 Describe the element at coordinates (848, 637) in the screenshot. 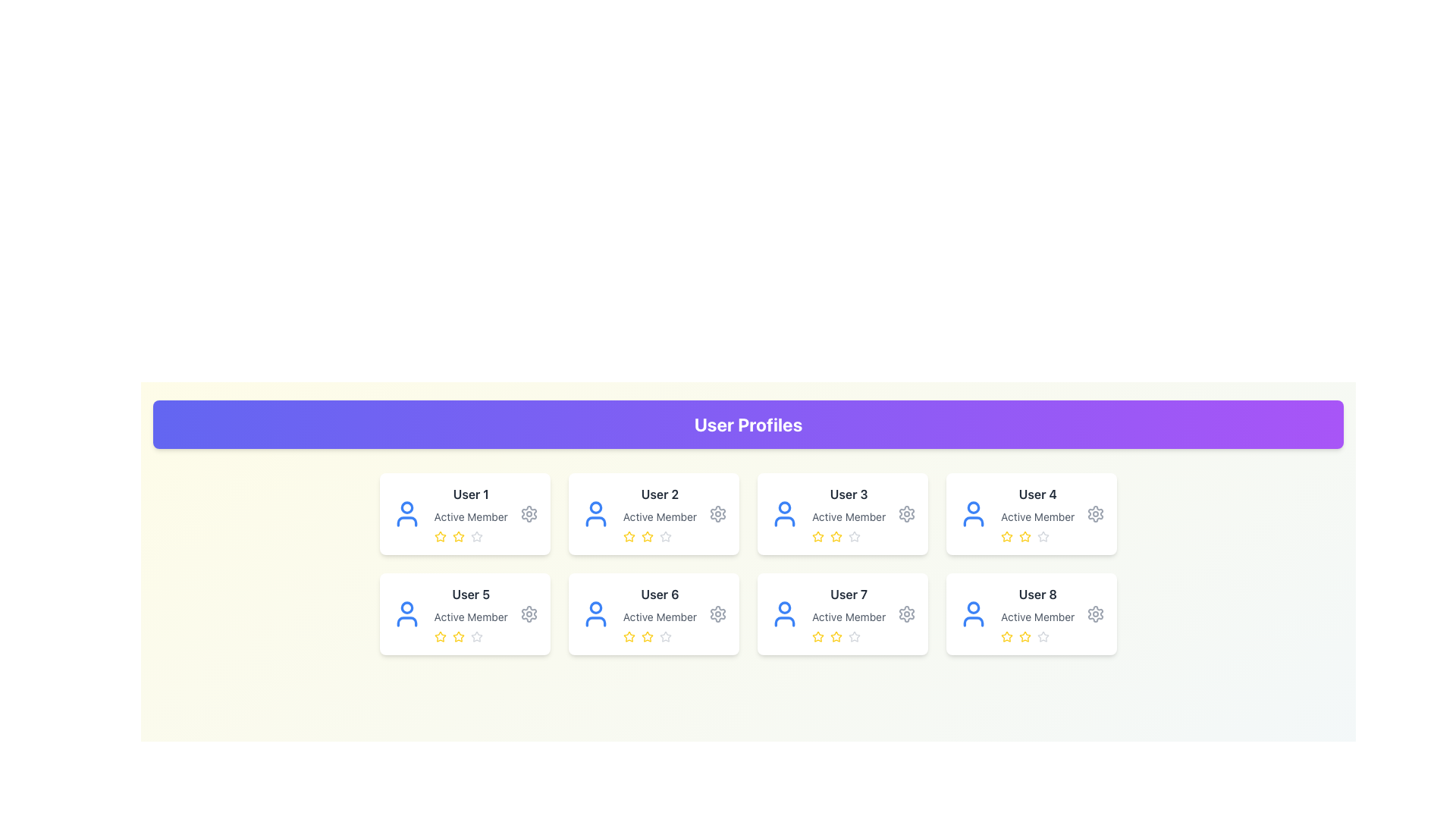

I see `the three-star rating indicator consisting of two yellow stars and one gray star in the 'User 7' card located in the last row, fourth column of the 'User Profiles' section` at that location.